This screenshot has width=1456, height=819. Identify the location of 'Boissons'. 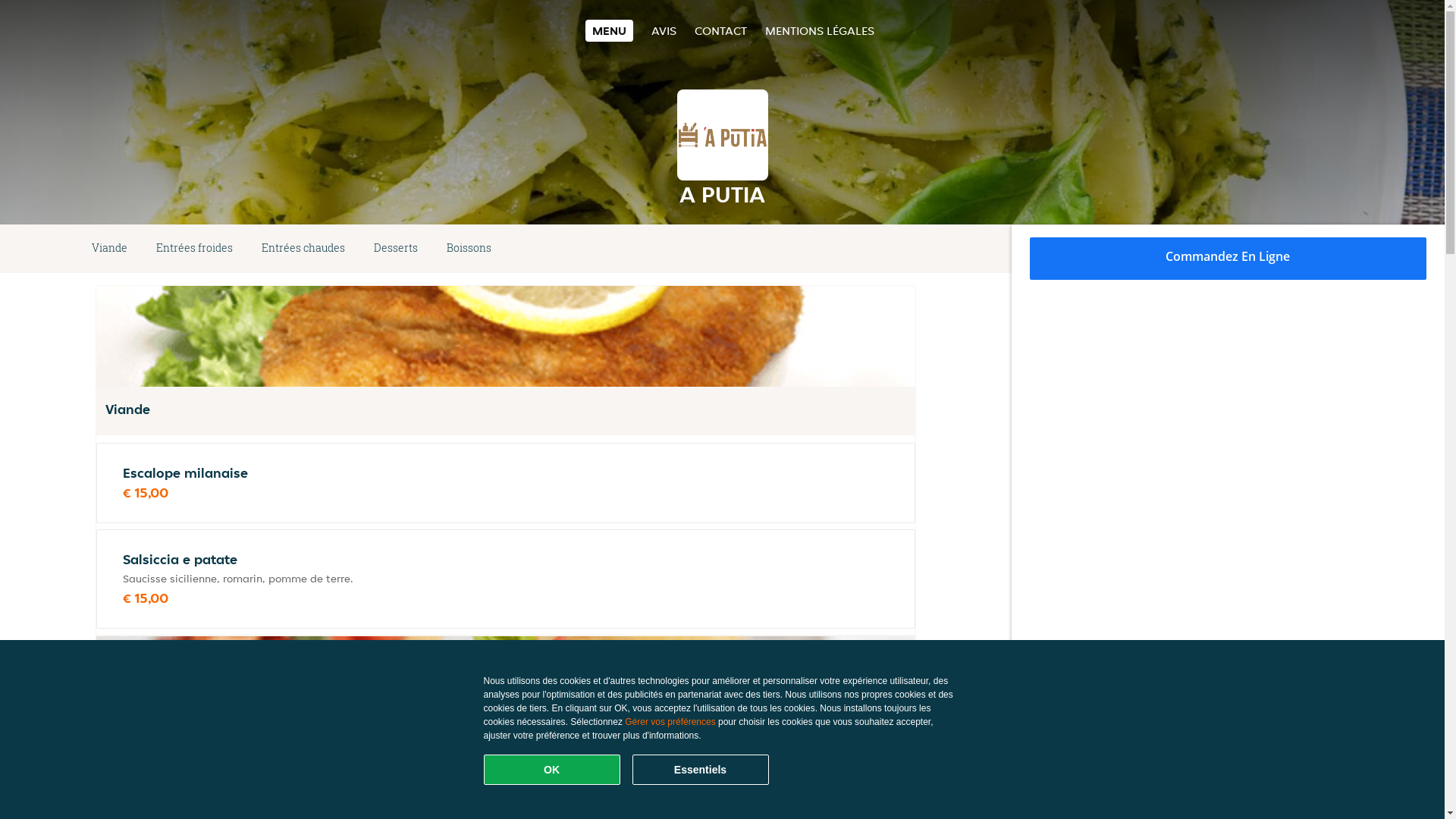
(468, 247).